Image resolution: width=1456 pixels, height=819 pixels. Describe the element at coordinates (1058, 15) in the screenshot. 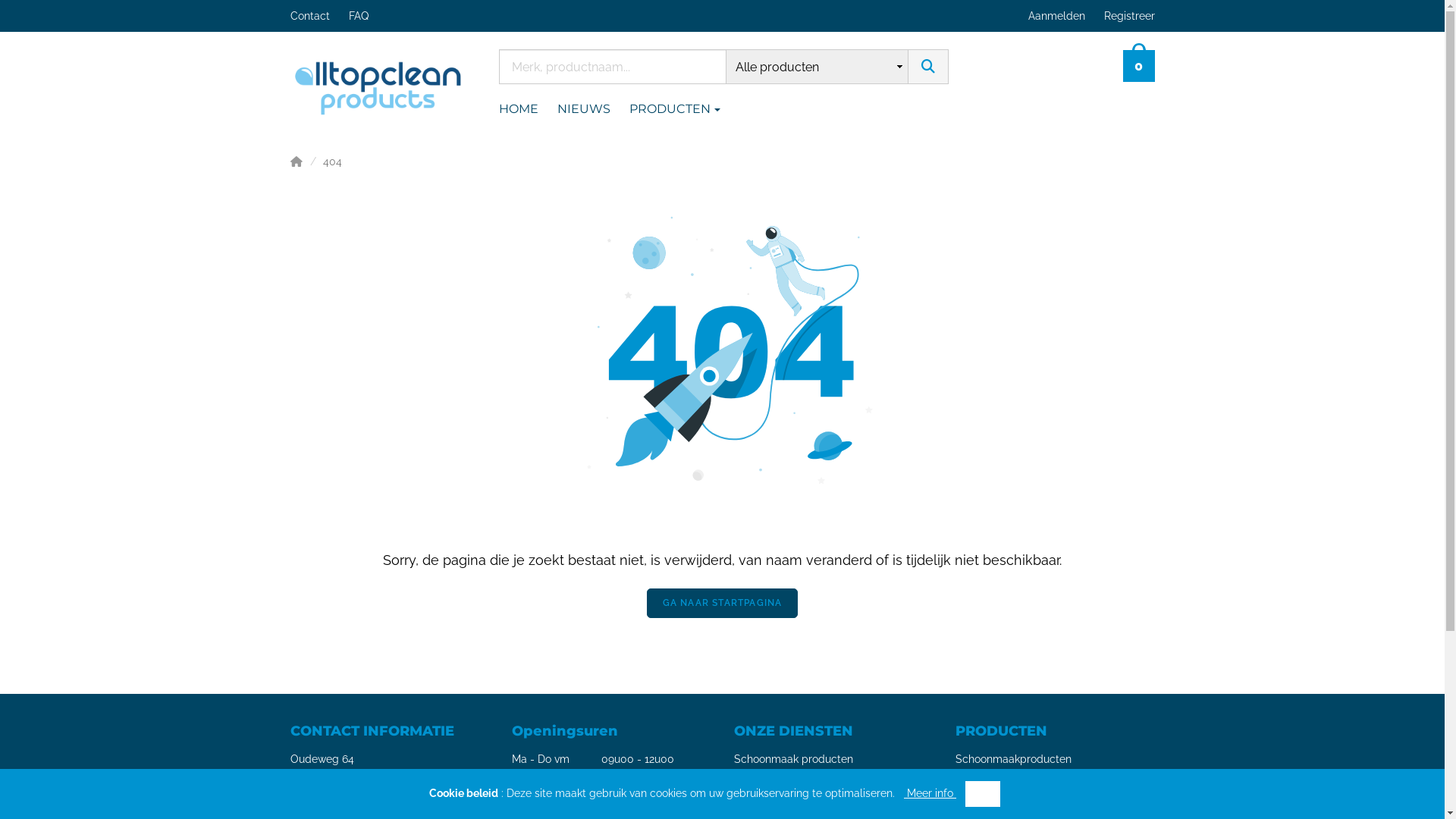

I see `'Aanmelden'` at that location.